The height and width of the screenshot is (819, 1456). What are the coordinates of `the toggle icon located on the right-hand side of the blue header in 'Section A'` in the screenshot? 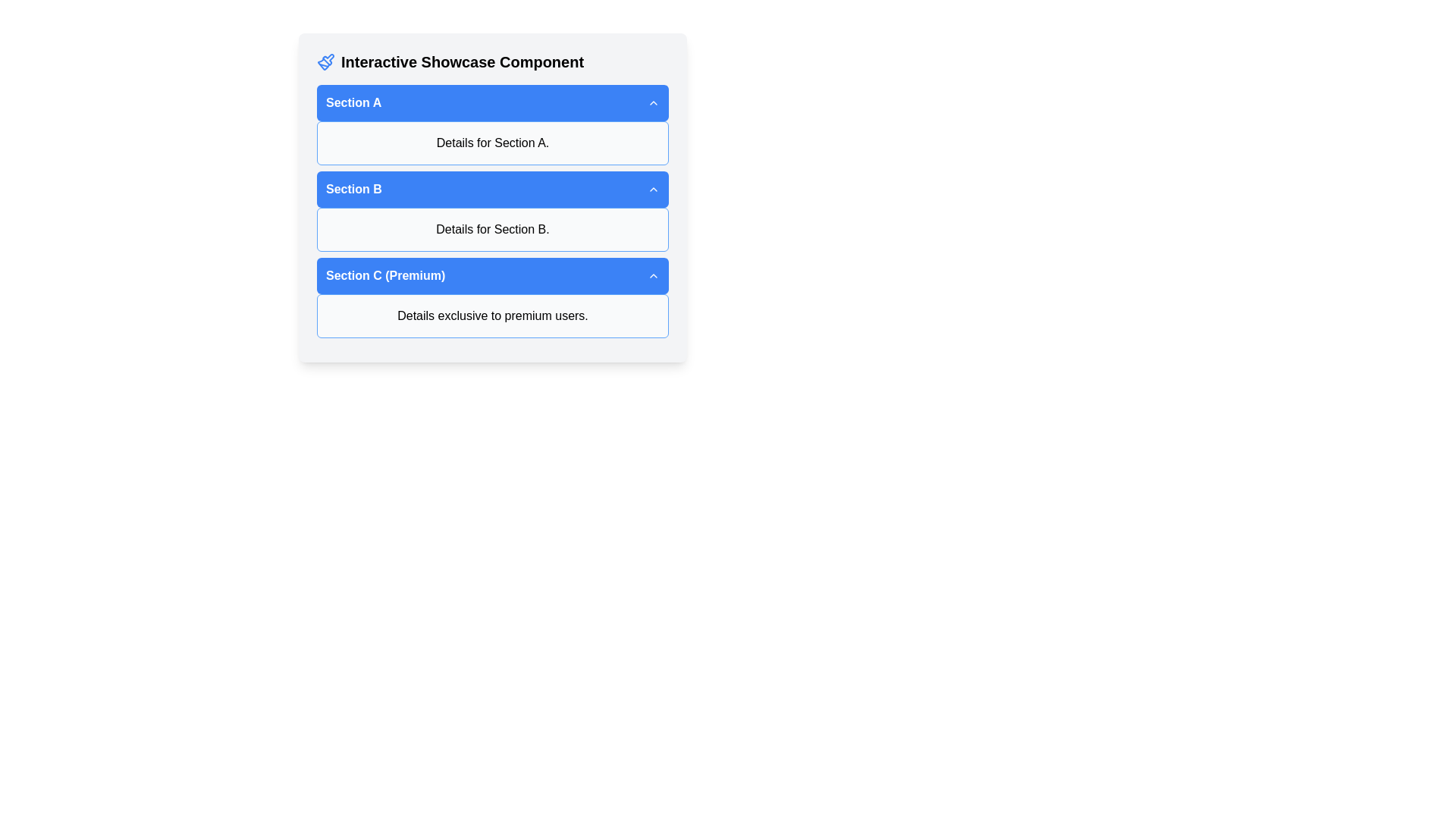 It's located at (654, 102).